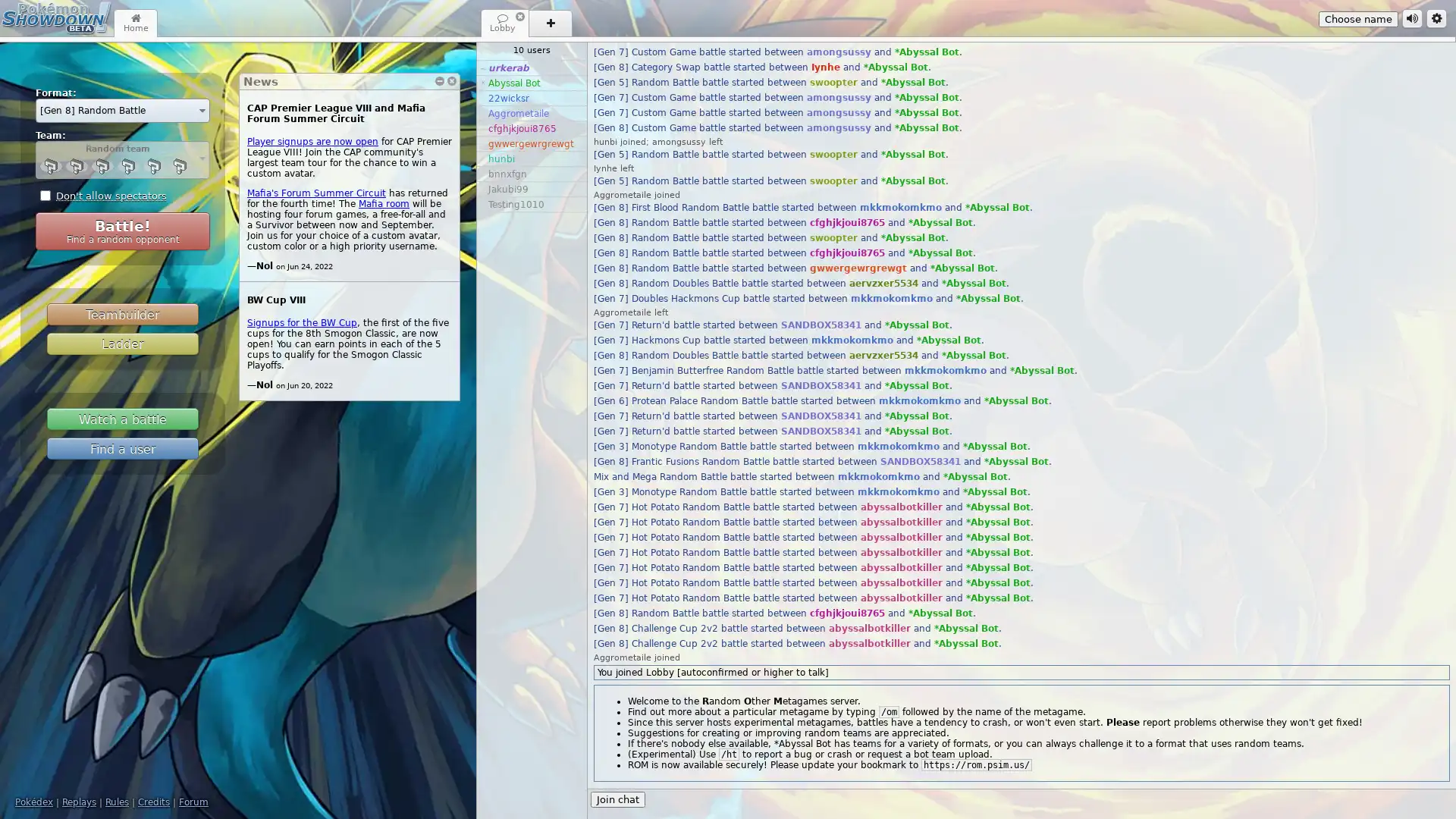  Describe the element at coordinates (123, 419) in the screenshot. I see `Watch a battle` at that location.